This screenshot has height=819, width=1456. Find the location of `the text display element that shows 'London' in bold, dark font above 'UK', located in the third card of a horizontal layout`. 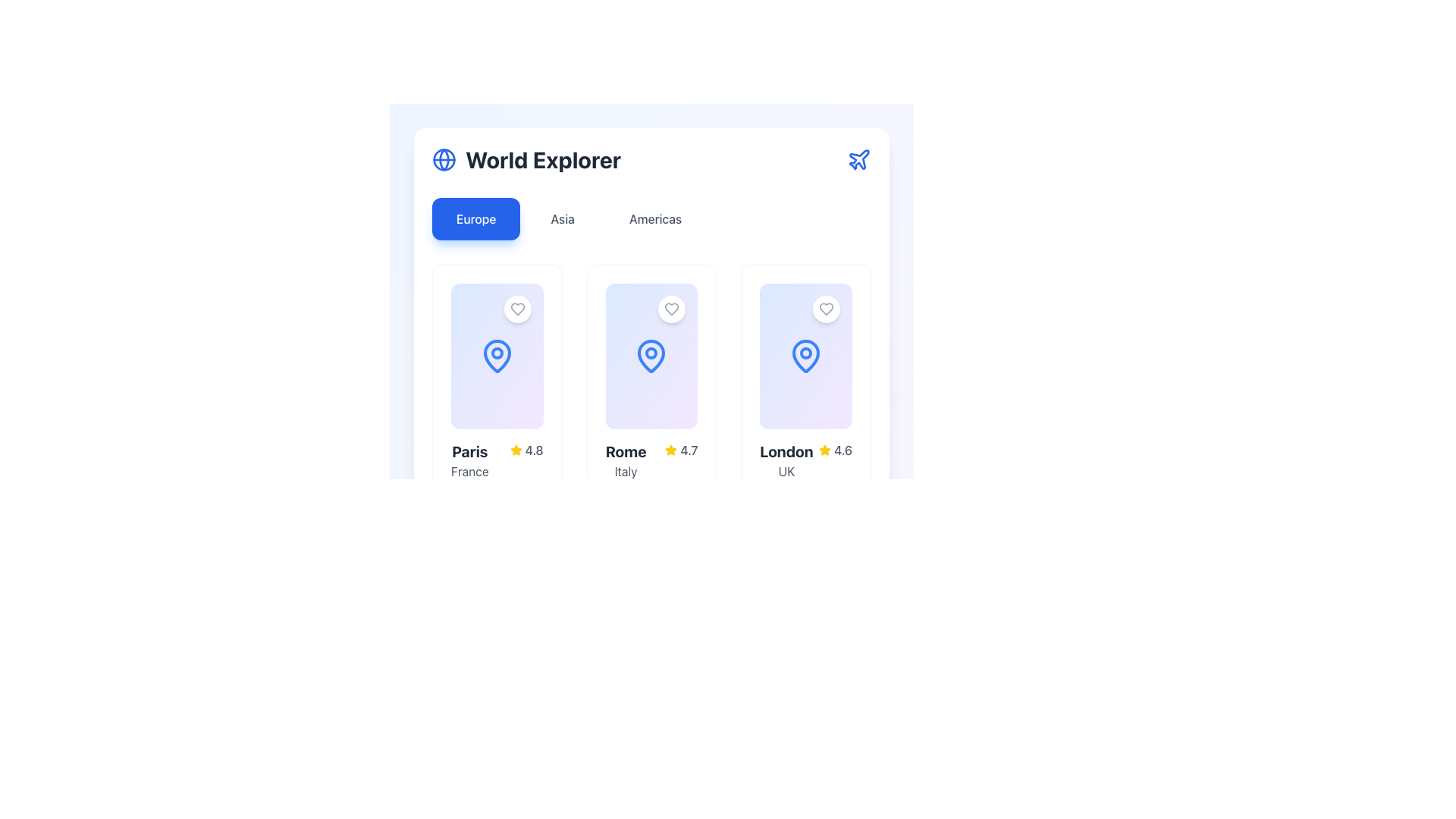

the text display element that shows 'London' in bold, dark font above 'UK', located in the third card of a horizontal layout is located at coordinates (786, 460).